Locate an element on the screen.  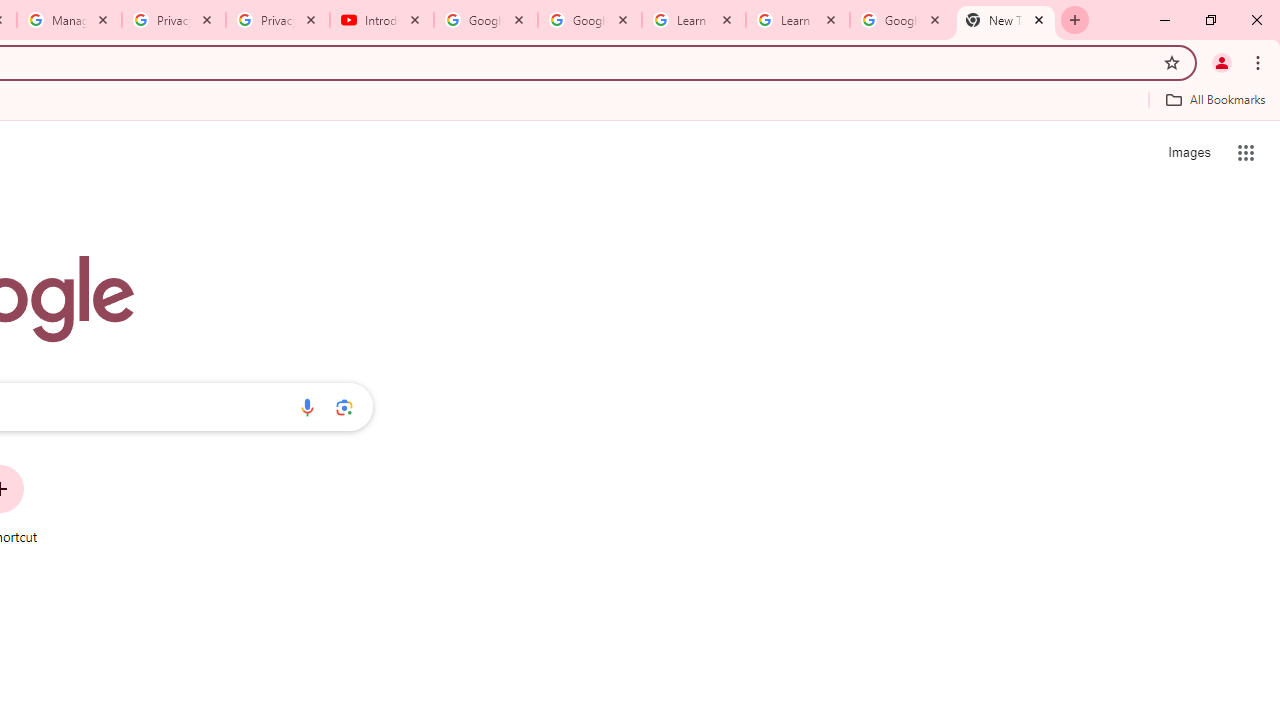
'Search by voice' is located at coordinates (306, 406).